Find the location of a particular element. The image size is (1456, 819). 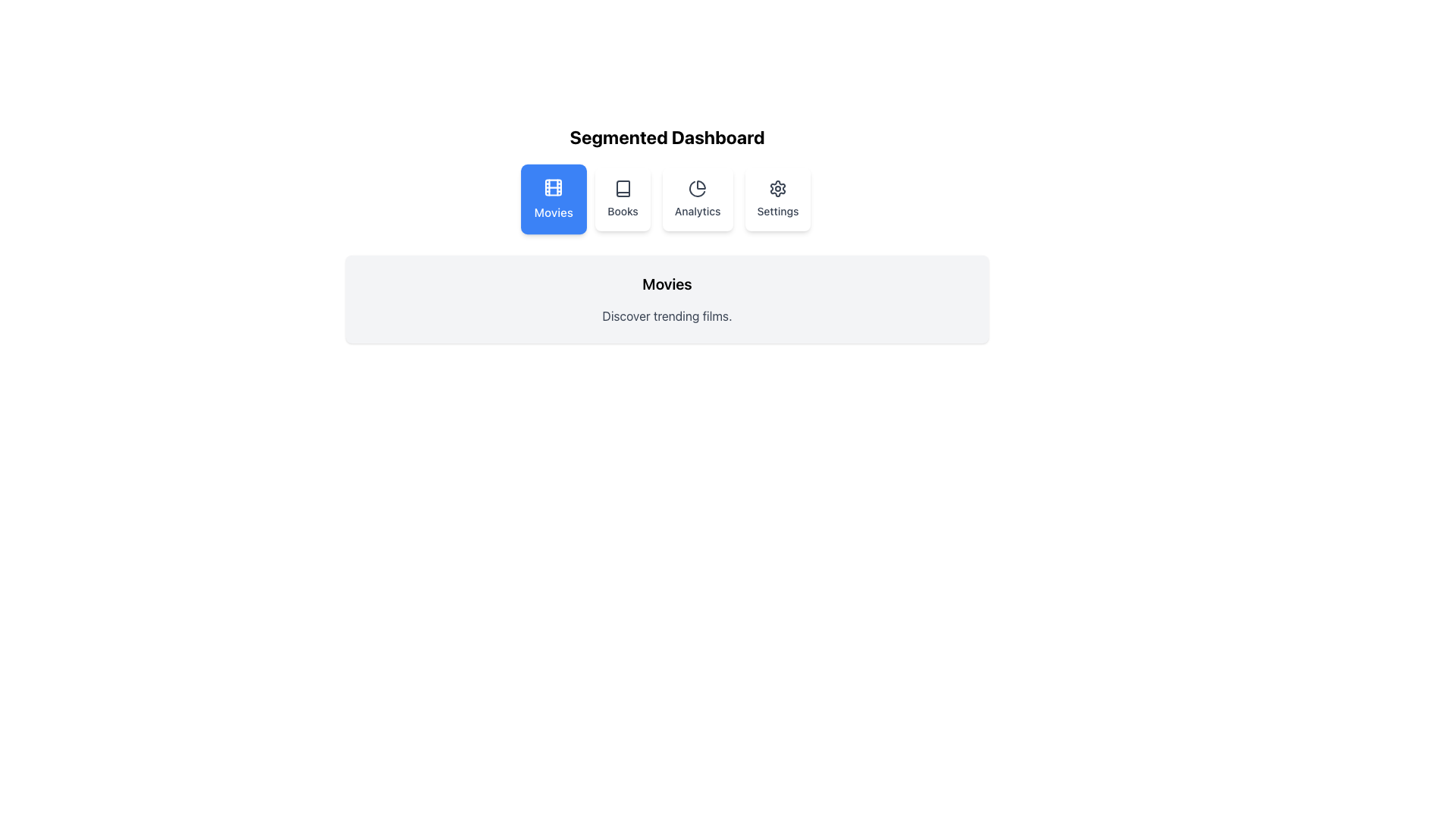

the 'Analytics' text label located within the navigation button beneath the pie chart icon is located at coordinates (697, 211).